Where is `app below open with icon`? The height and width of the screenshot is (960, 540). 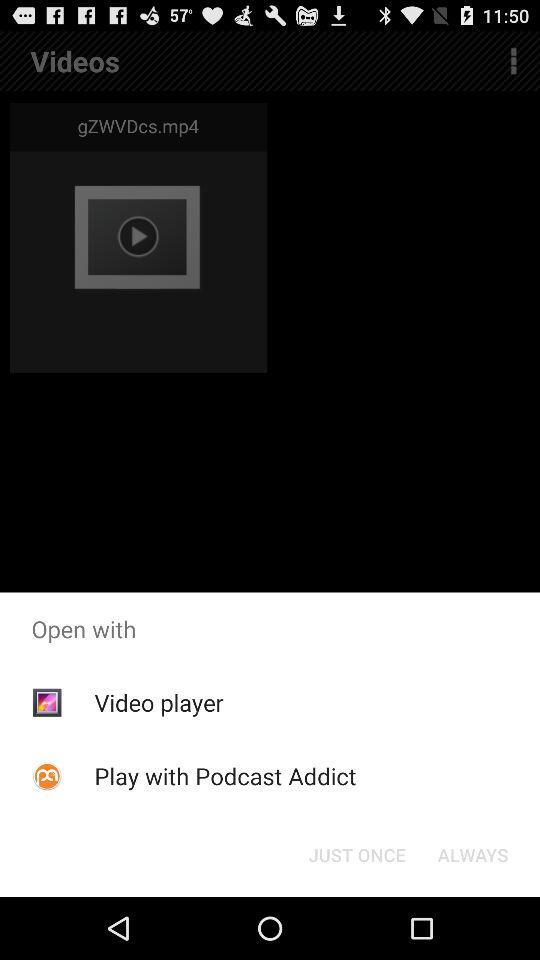
app below open with icon is located at coordinates (472, 853).